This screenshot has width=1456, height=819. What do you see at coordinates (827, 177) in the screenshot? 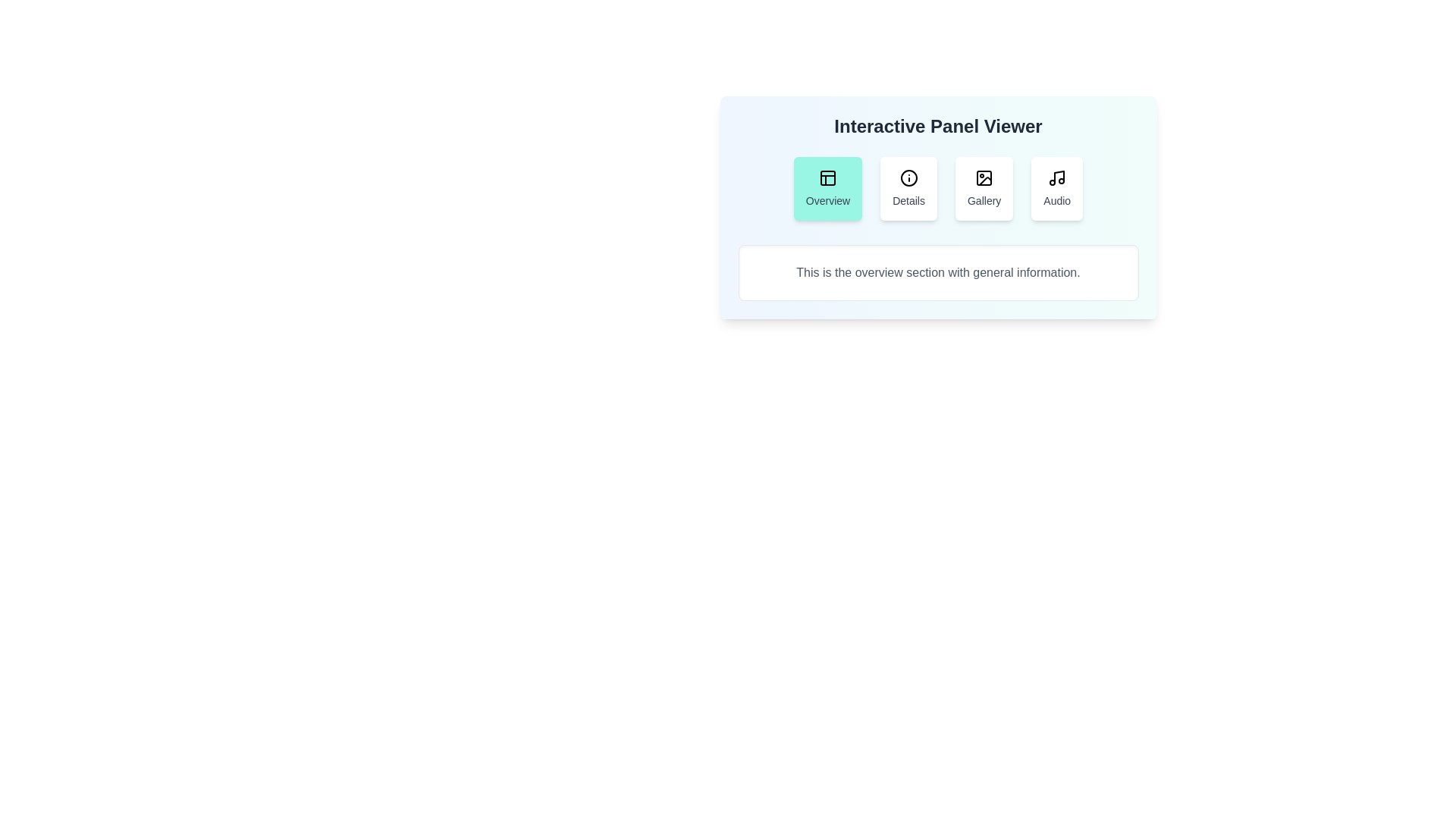
I see `the SVG Icon at the center of the 'Overview' card` at bounding box center [827, 177].